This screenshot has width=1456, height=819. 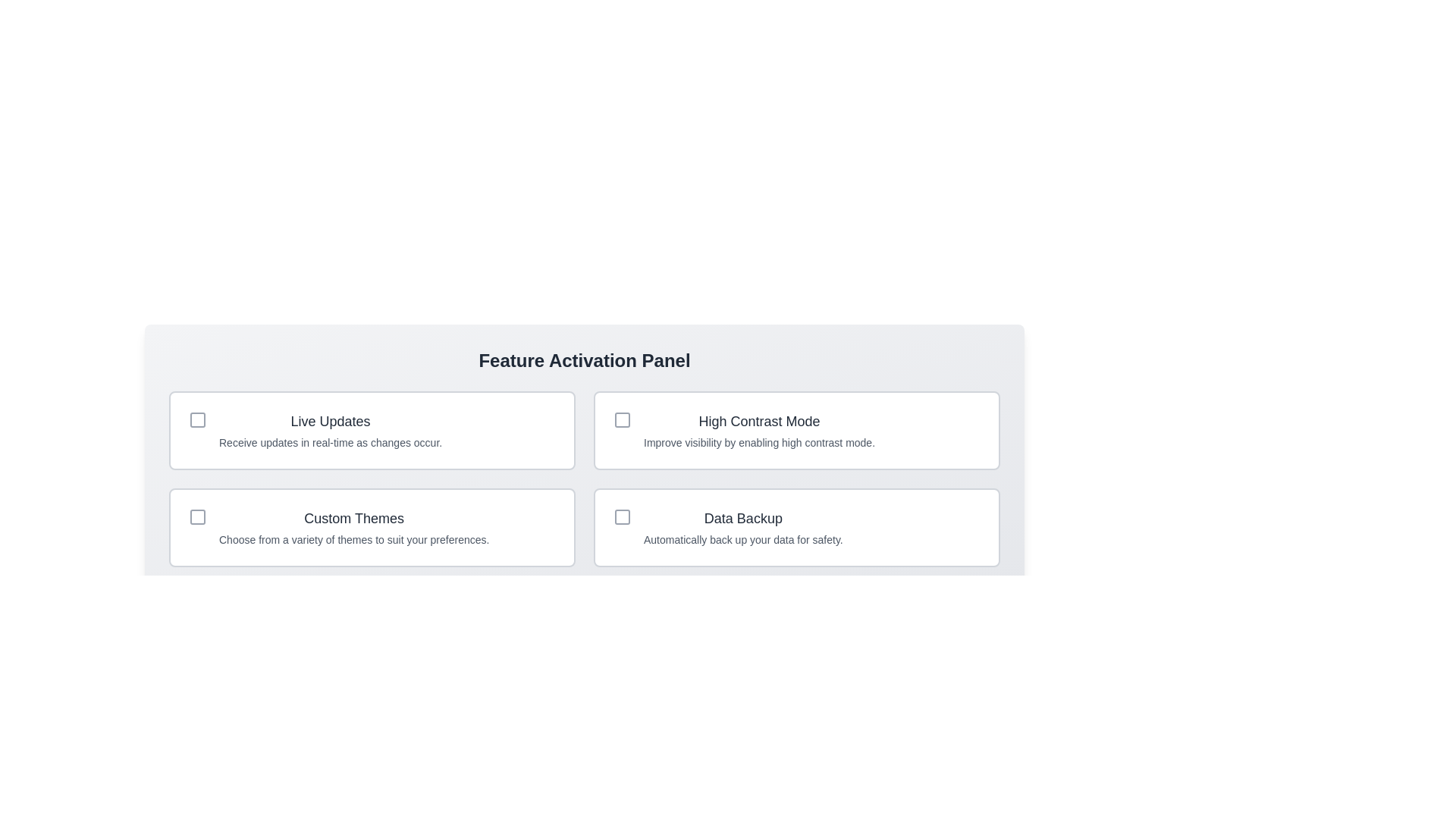 What do you see at coordinates (330, 430) in the screenshot?
I see `the descriptive text block in the top-left quadrant of the 'Feature Activation Panel' section, which provides real-time updates as changes occur` at bounding box center [330, 430].